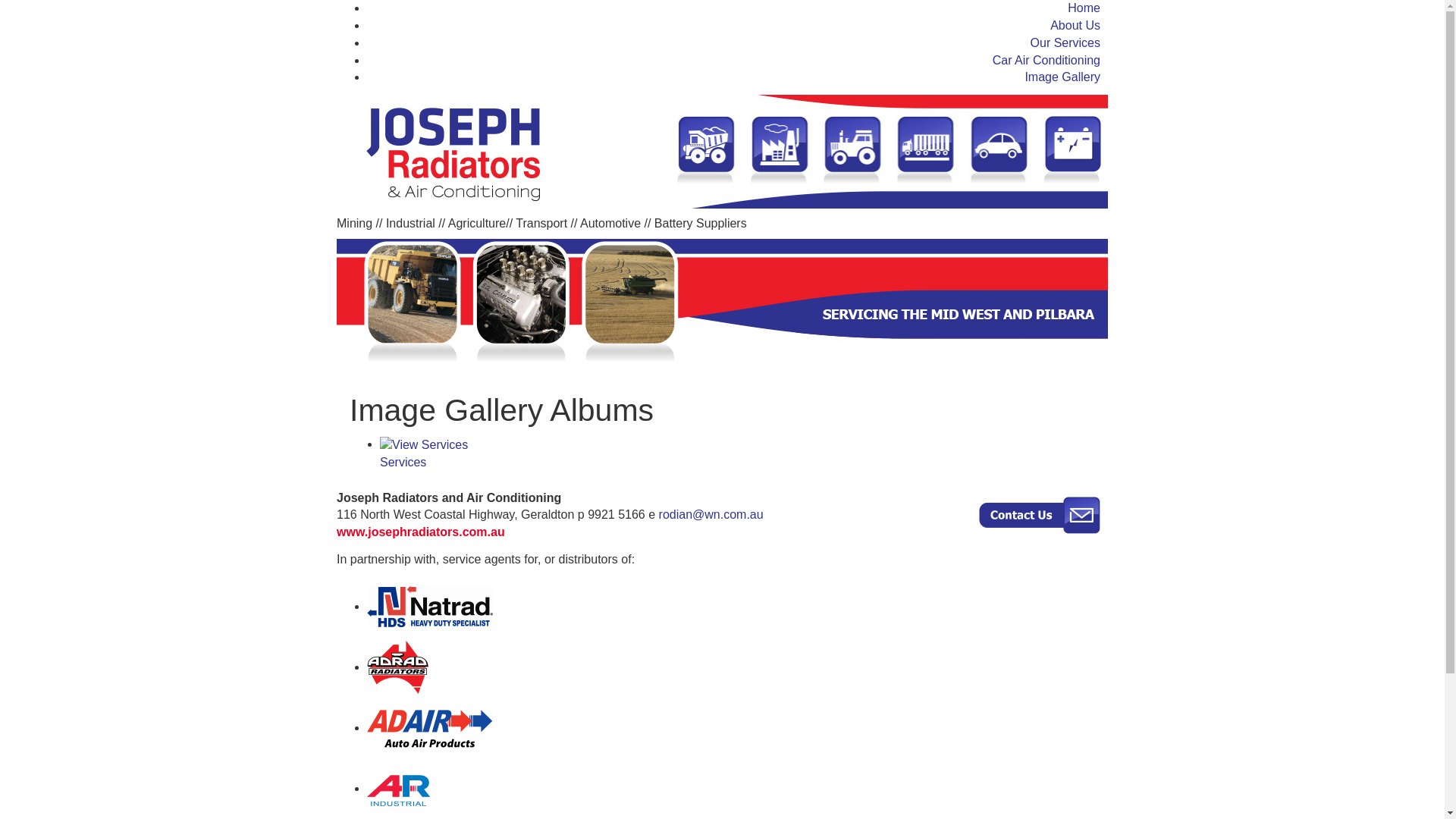  Describe the element at coordinates (1065, 42) in the screenshot. I see `'Our Services'` at that location.